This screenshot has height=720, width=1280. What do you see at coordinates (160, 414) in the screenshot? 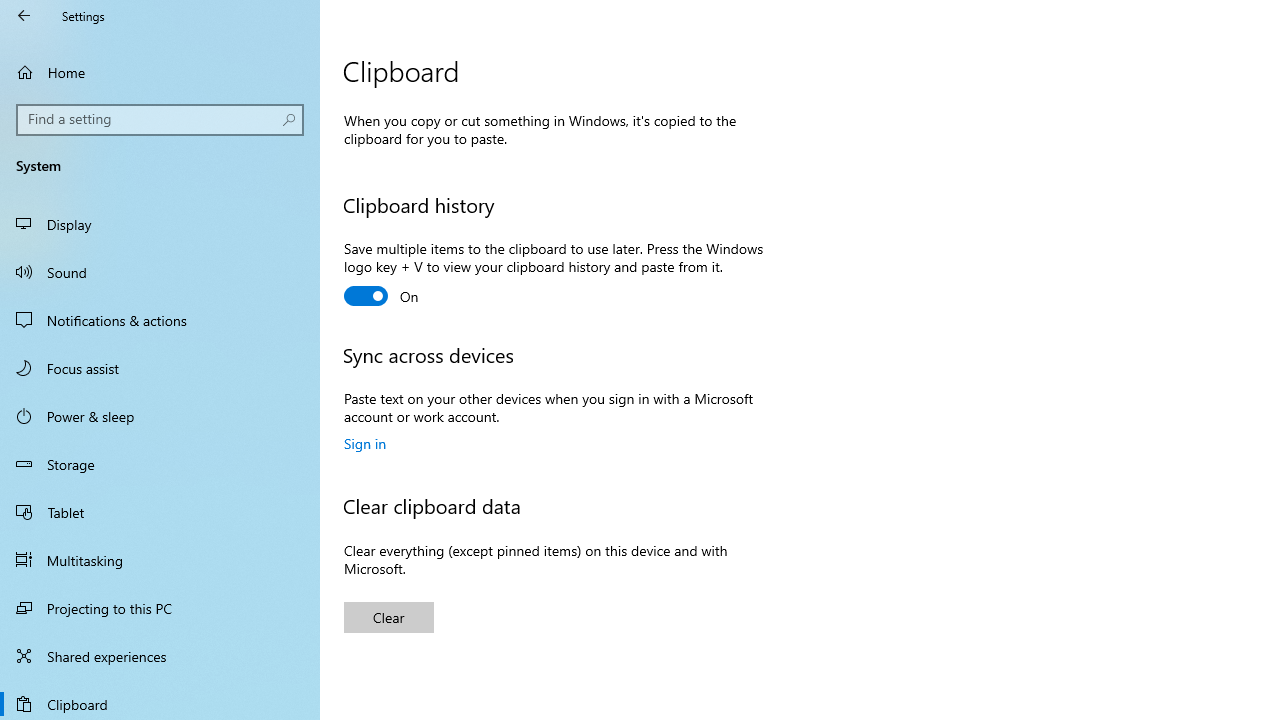
I see `'Power & sleep'` at bounding box center [160, 414].